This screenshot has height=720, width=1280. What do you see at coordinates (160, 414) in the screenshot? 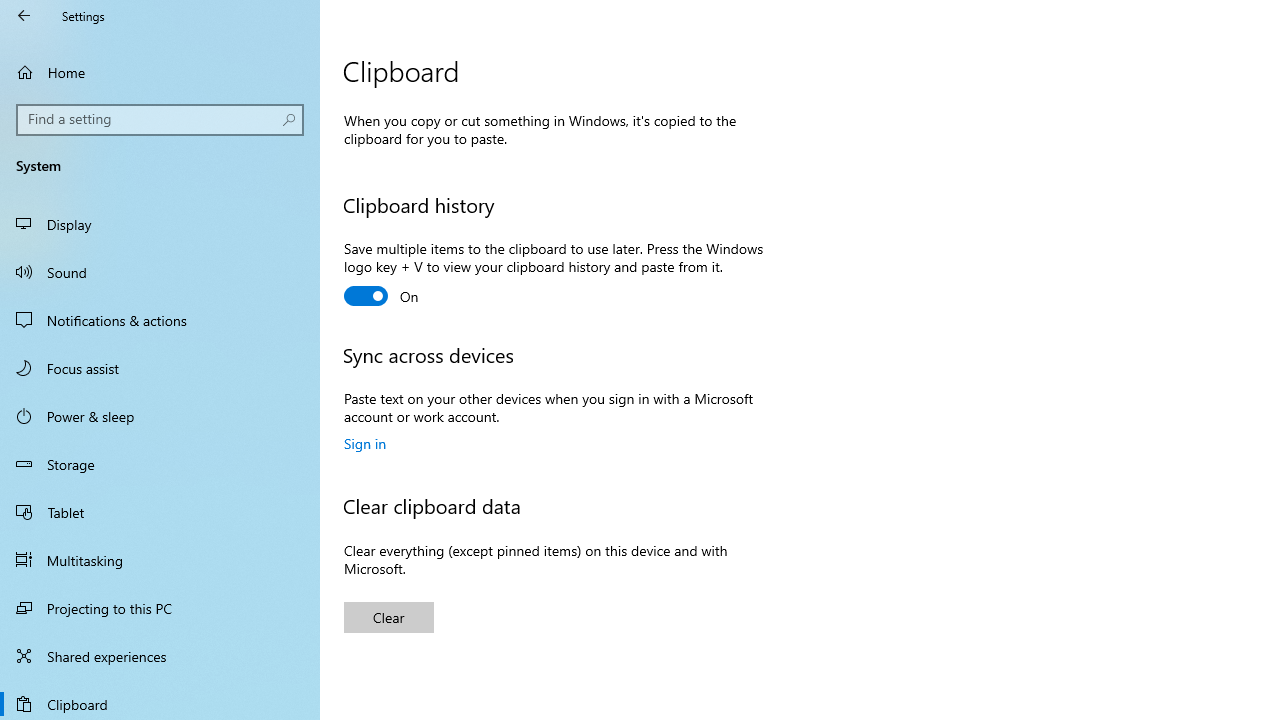
I see `'Power & sleep'` at bounding box center [160, 414].